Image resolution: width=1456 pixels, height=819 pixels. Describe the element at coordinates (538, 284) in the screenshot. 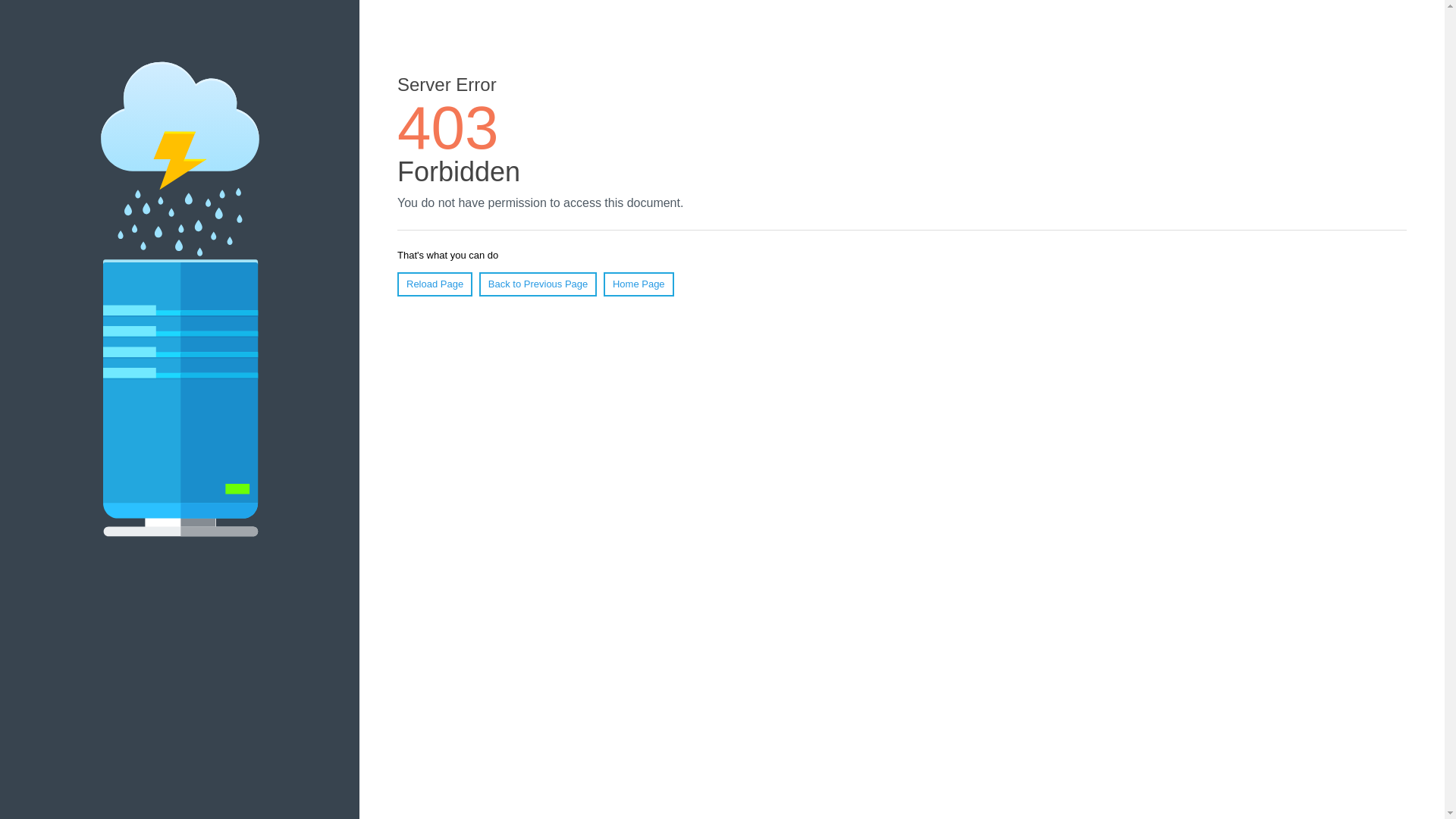

I see `'Back to Previous Page'` at that location.